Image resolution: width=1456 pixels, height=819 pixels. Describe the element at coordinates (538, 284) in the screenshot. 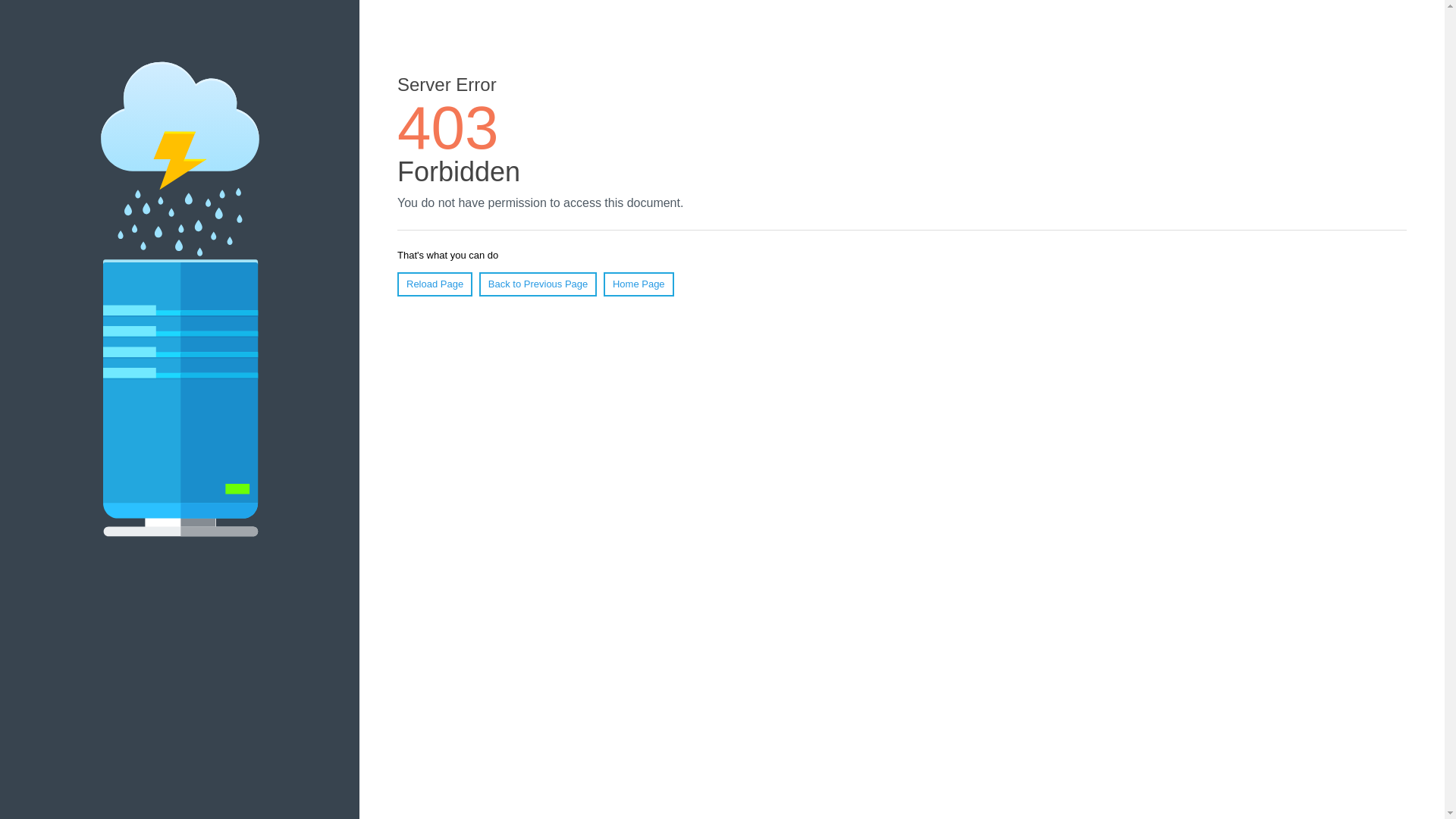

I see `'Back to Previous Page'` at that location.